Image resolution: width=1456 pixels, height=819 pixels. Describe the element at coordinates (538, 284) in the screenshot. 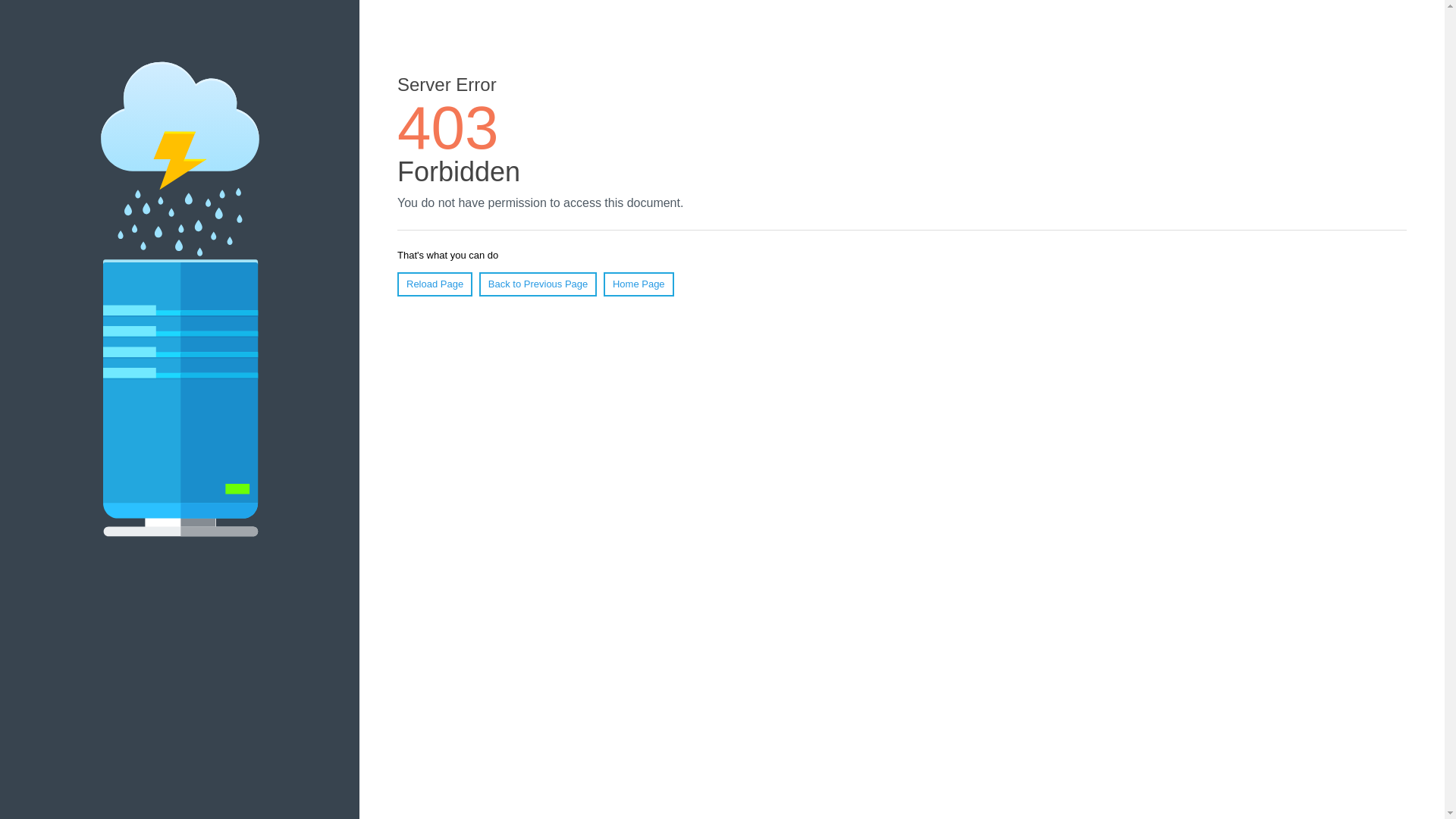

I see `'Back to Previous Page'` at that location.